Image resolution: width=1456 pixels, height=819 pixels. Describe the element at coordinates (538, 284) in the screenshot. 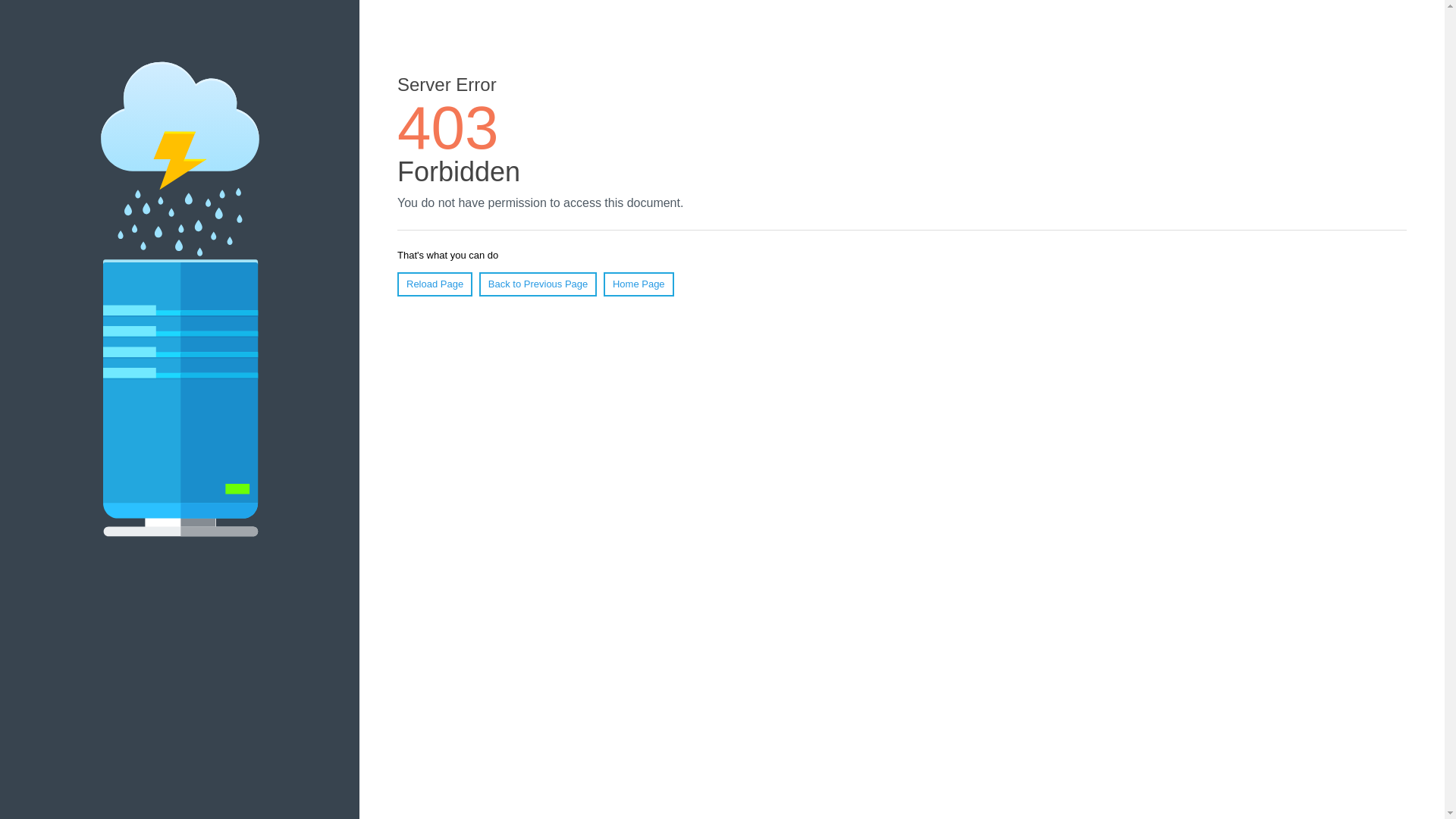

I see `'Back to Previous Page'` at that location.